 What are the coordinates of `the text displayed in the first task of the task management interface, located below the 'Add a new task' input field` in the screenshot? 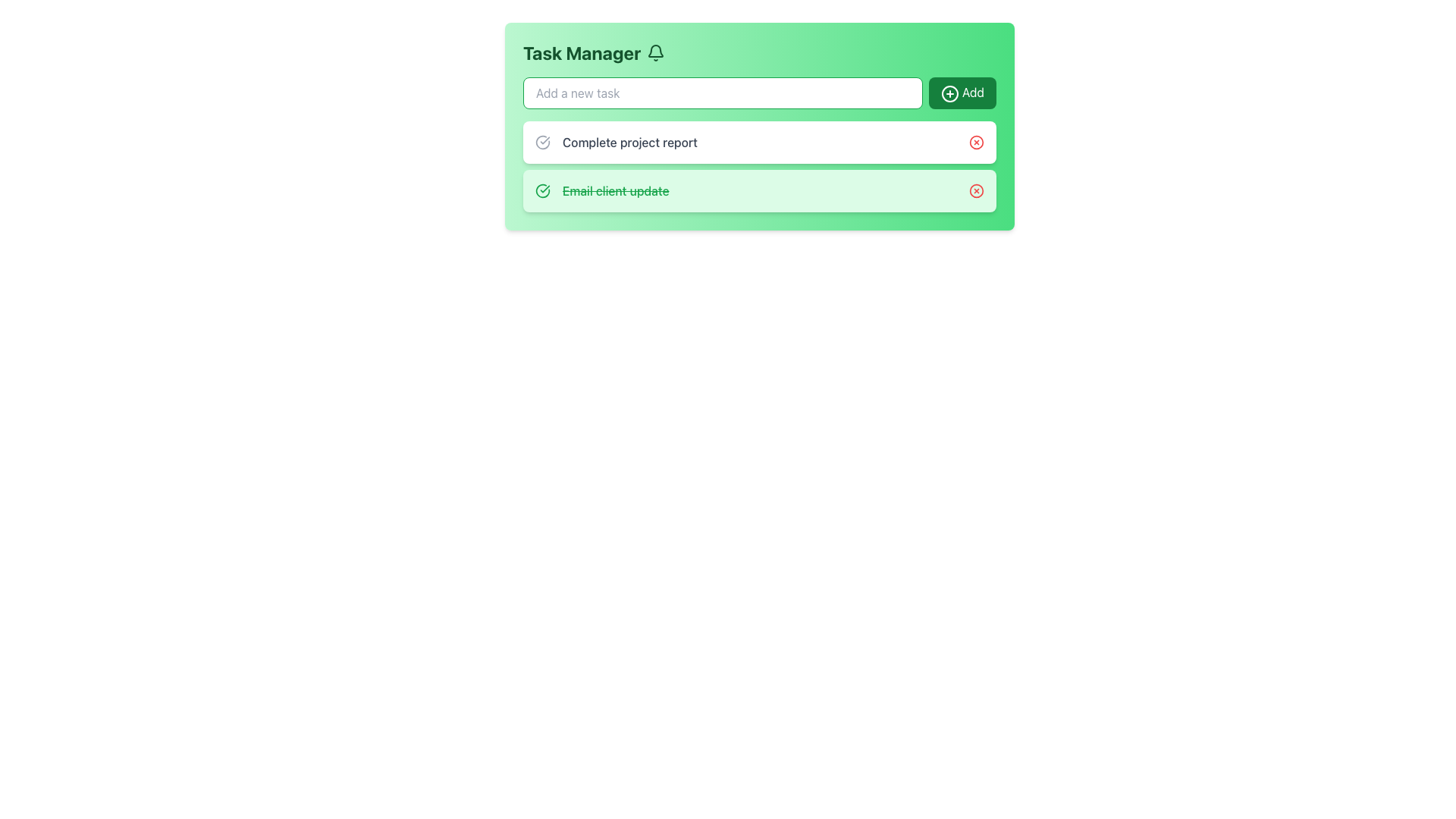 It's located at (616, 143).